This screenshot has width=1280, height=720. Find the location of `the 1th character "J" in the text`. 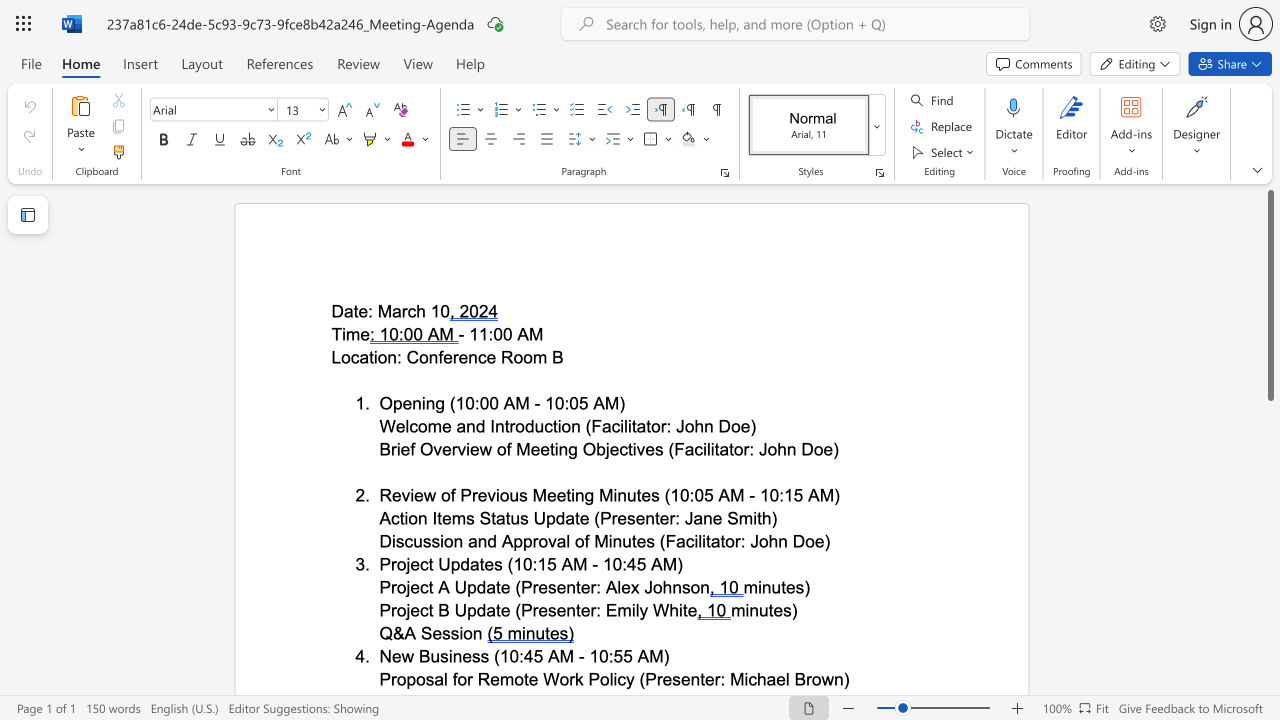

the 1th character "J" in the text is located at coordinates (753, 541).